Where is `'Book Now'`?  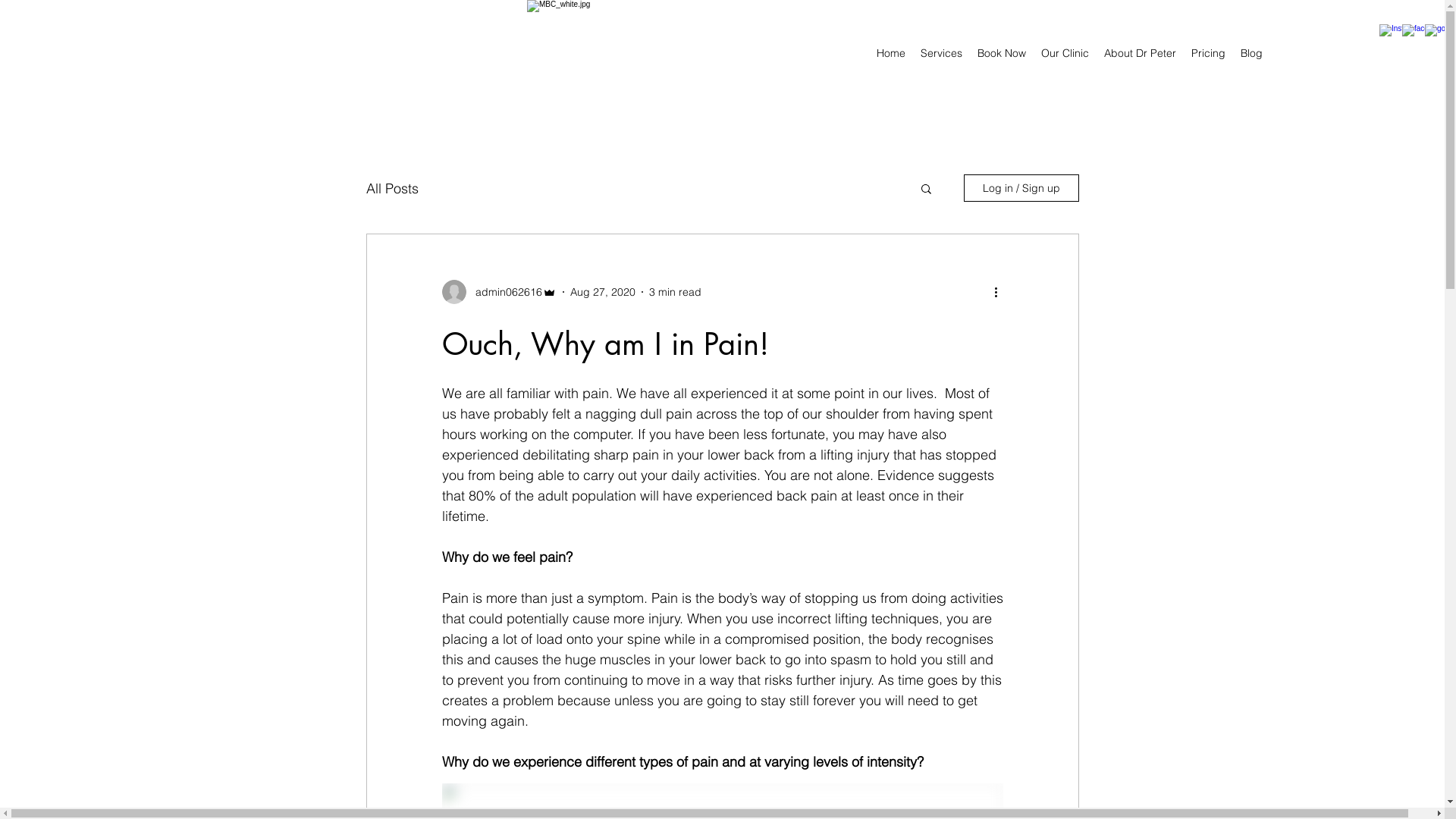 'Book Now' is located at coordinates (1001, 52).